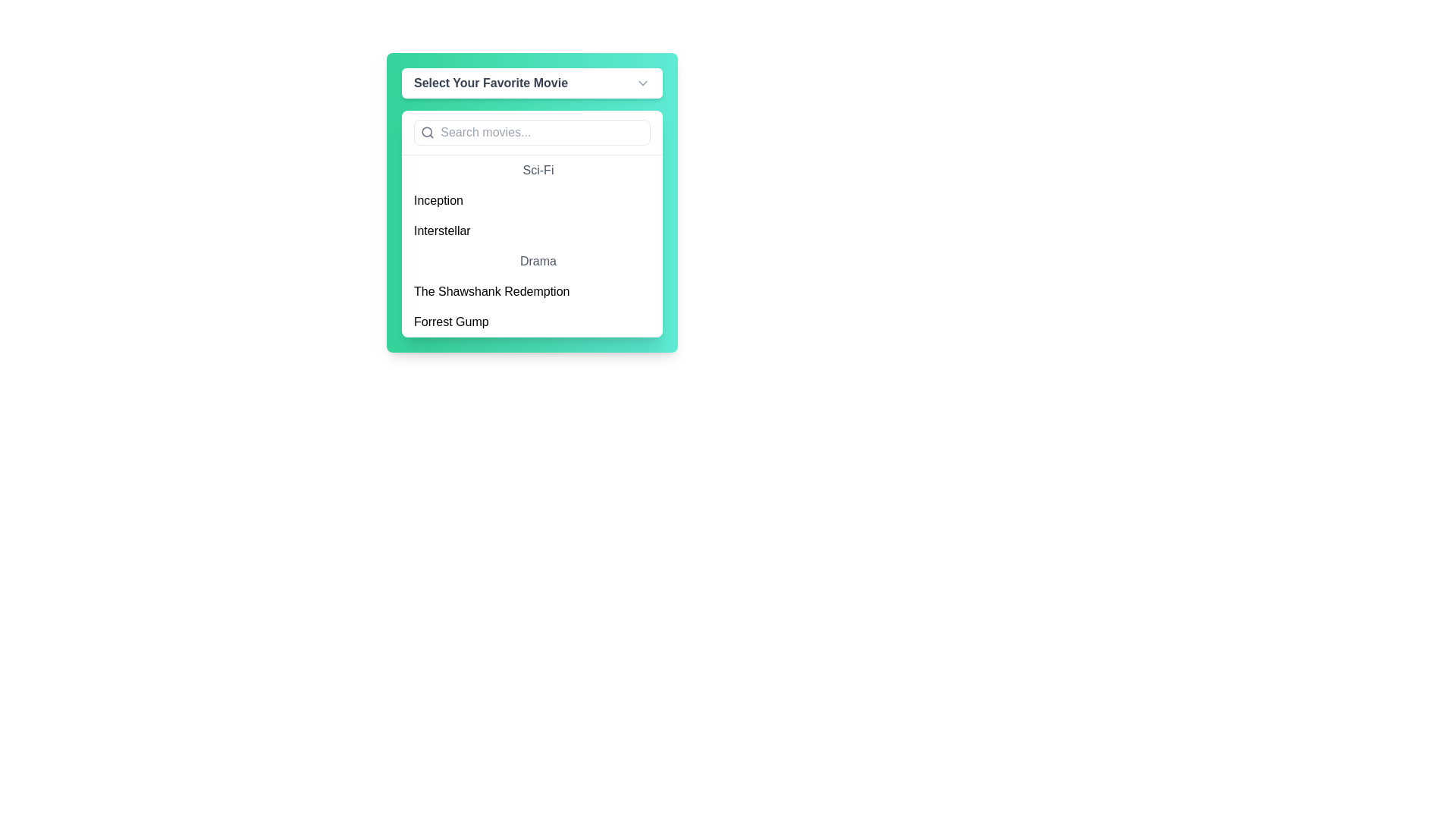  What do you see at coordinates (532, 170) in the screenshot?
I see `the text label reading 'Sci-Fi' which is the first entry in the dropdown menu under the search bar` at bounding box center [532, 170].